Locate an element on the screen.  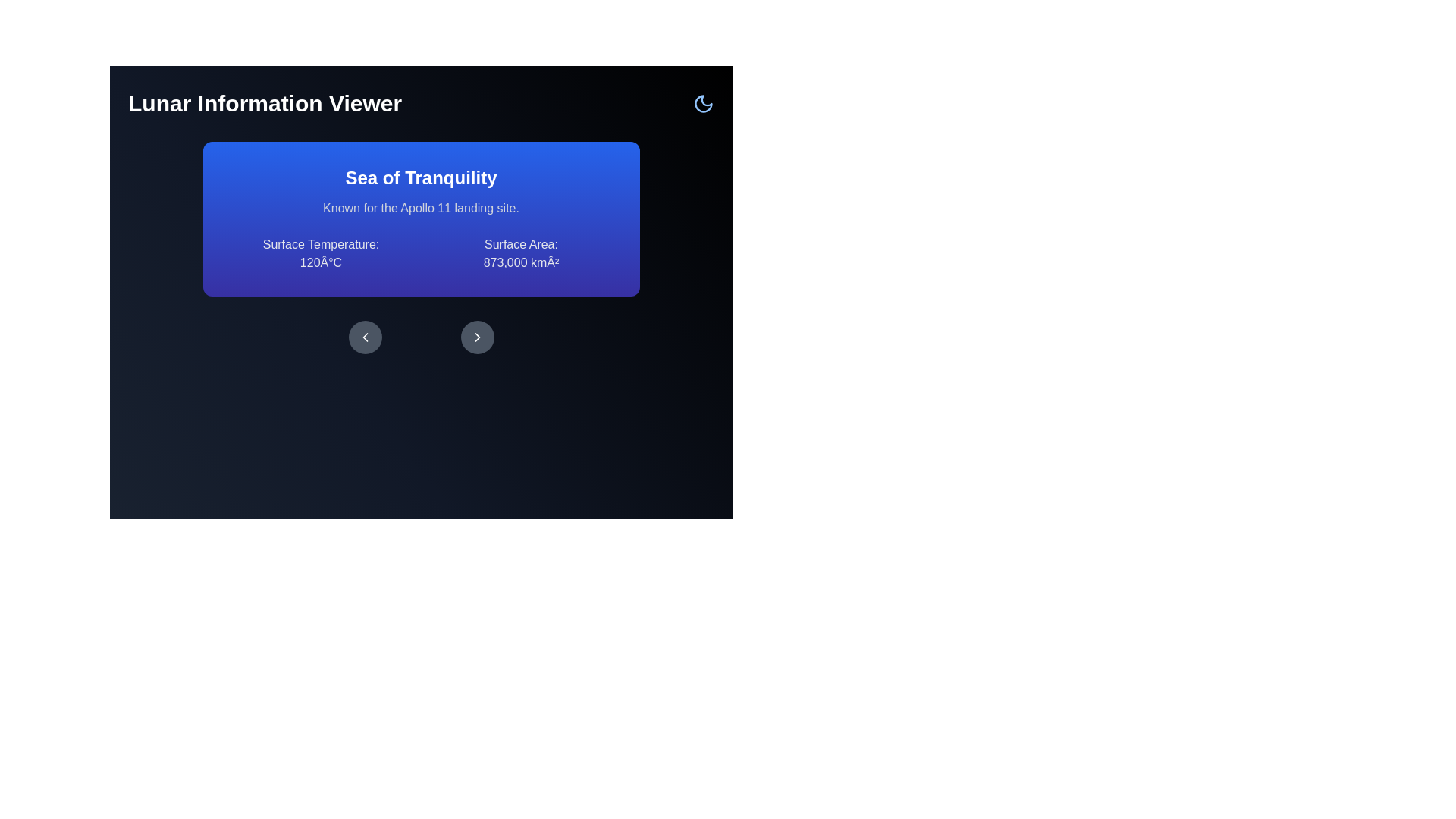
the text label displaying '120°C' in bold white color on a blue background, located below 'Surface Temperature:' in the blue information card is located at coordinates (320, 262).